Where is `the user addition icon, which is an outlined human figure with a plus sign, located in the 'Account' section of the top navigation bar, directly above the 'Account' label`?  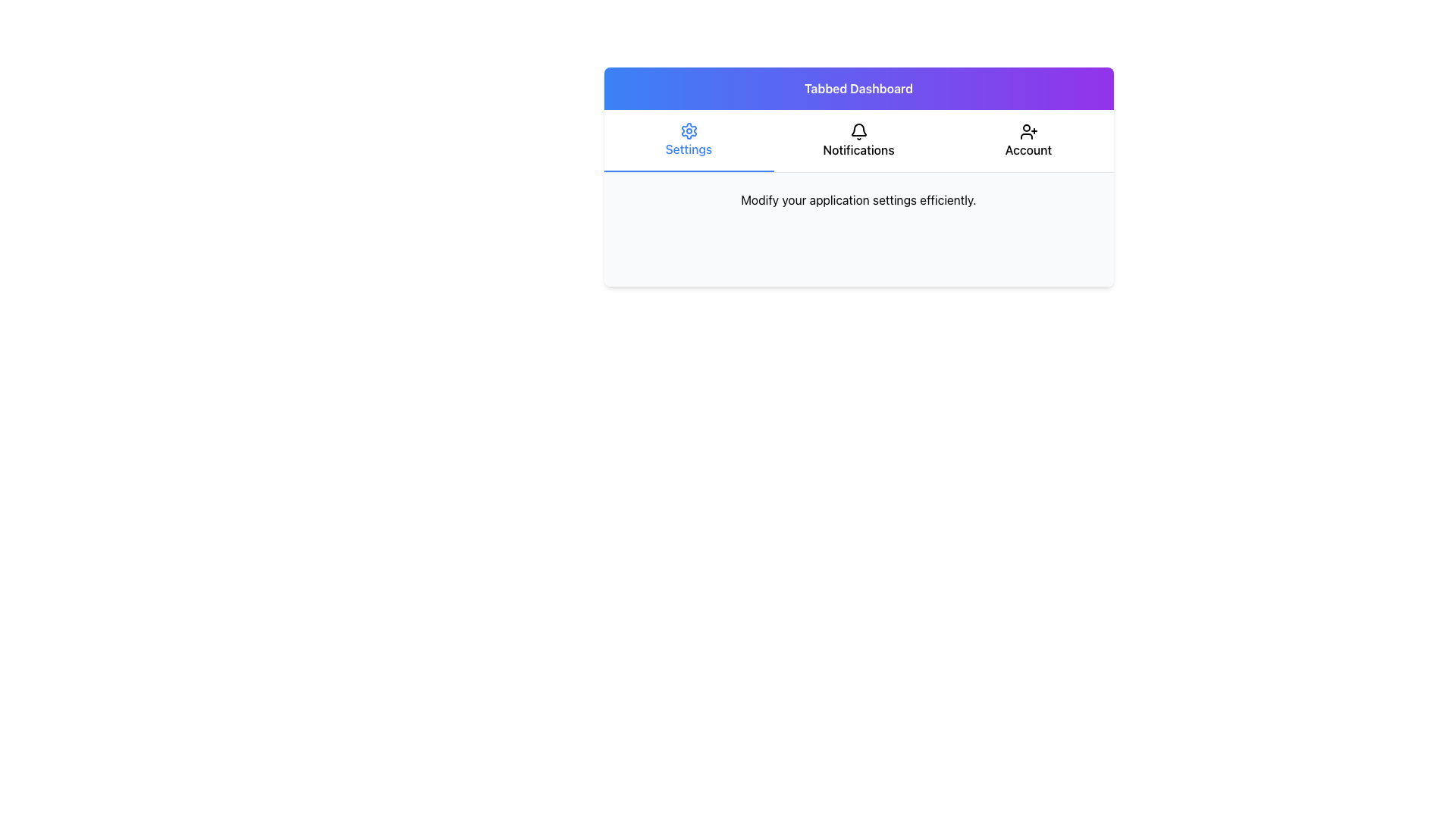
the user addition icon, which is an outlined human figure with a plus sign, located in the 'Account' section of the top navigation bar, directly above the 'Account' label is located at coordinates (1028, 130).